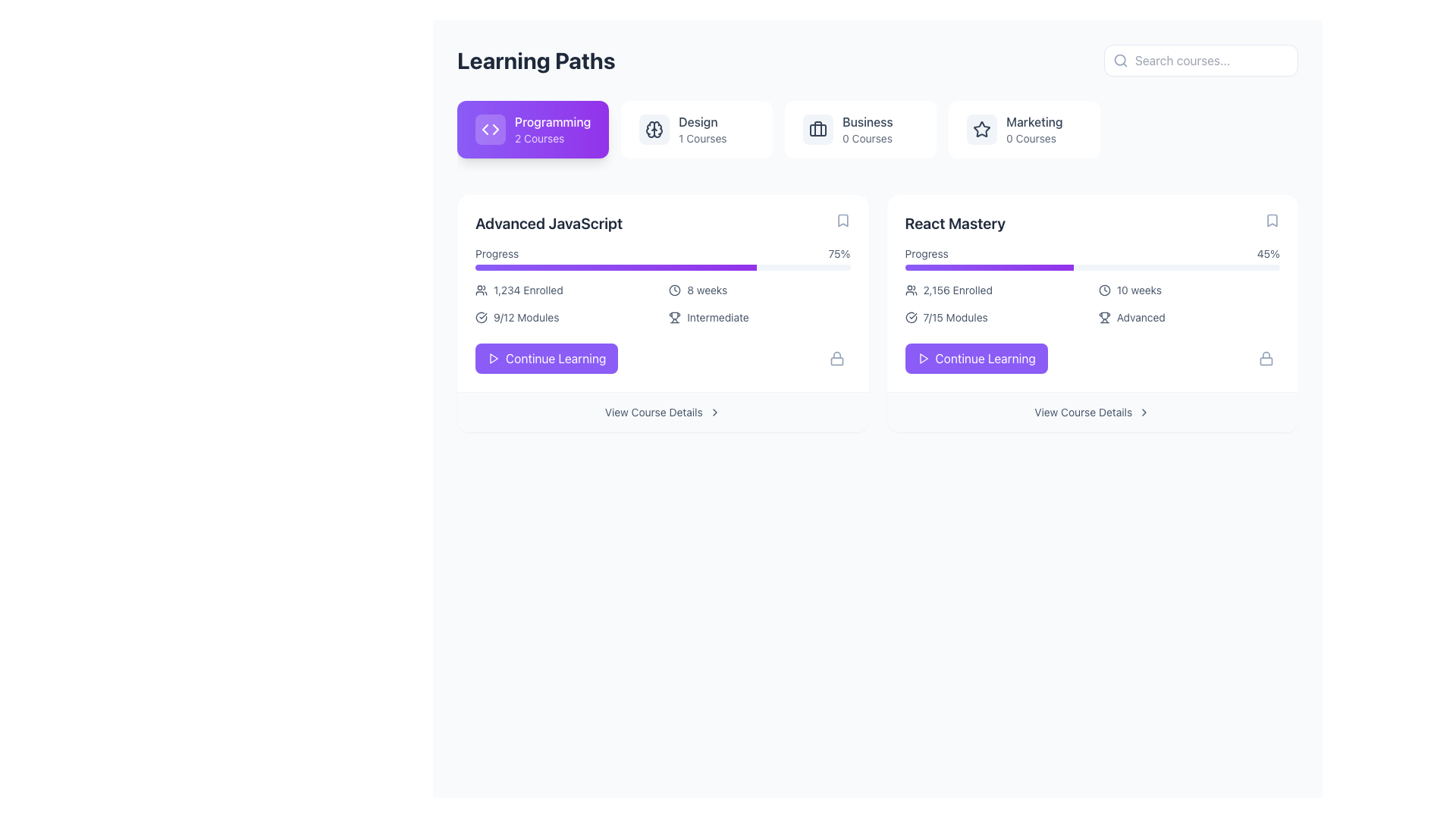 This screenshot has height=819, width=1456. What do you see at coordinates (484, 128) in the screenshot?
I see `the left-pointing arrow SVG element in the highlighted 'Programming' section for interaction feedback` at bounding box center [484, 128].